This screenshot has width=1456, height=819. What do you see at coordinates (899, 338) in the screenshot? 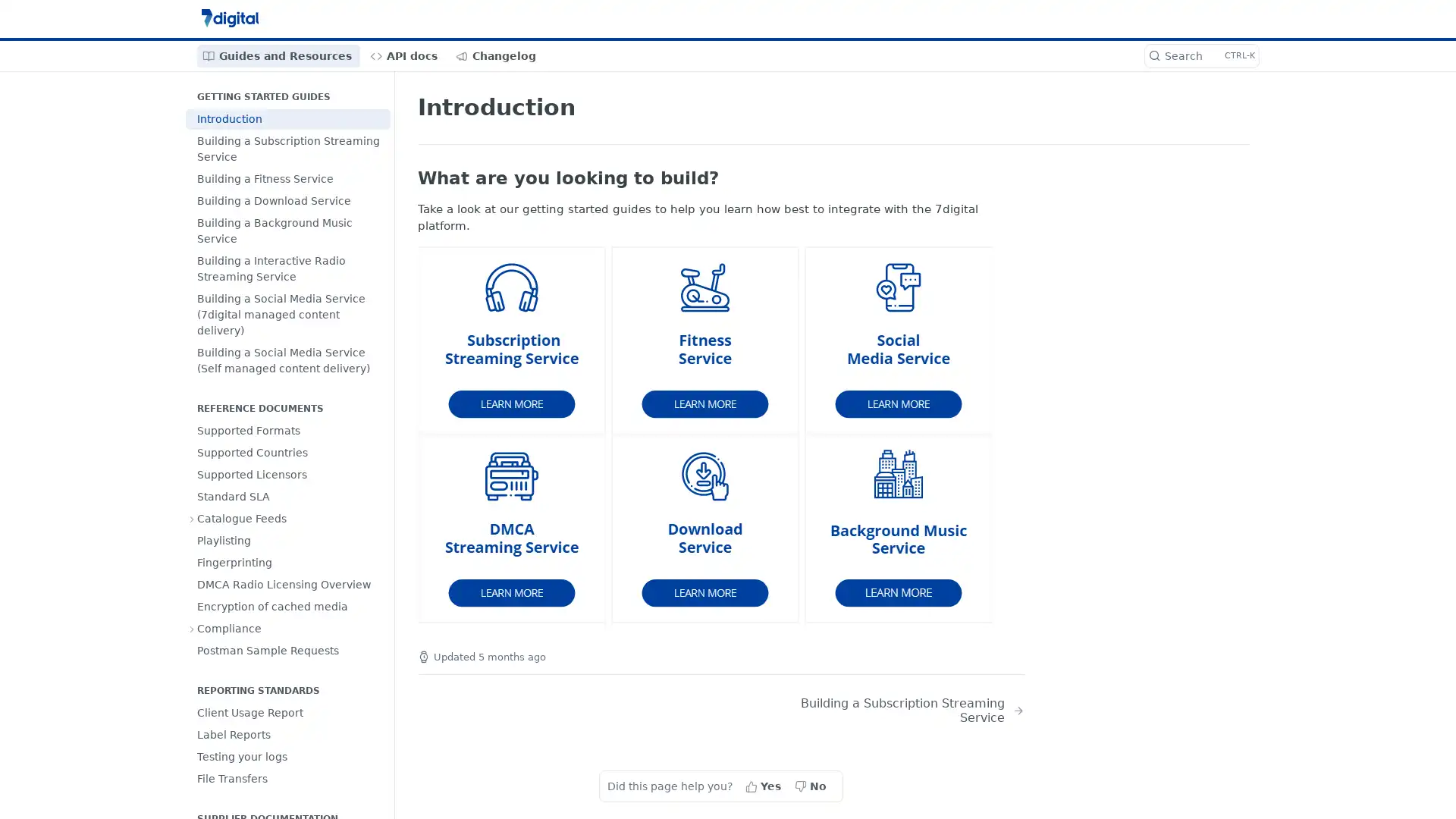
I see `homepage` at bounding box center [899, 338].